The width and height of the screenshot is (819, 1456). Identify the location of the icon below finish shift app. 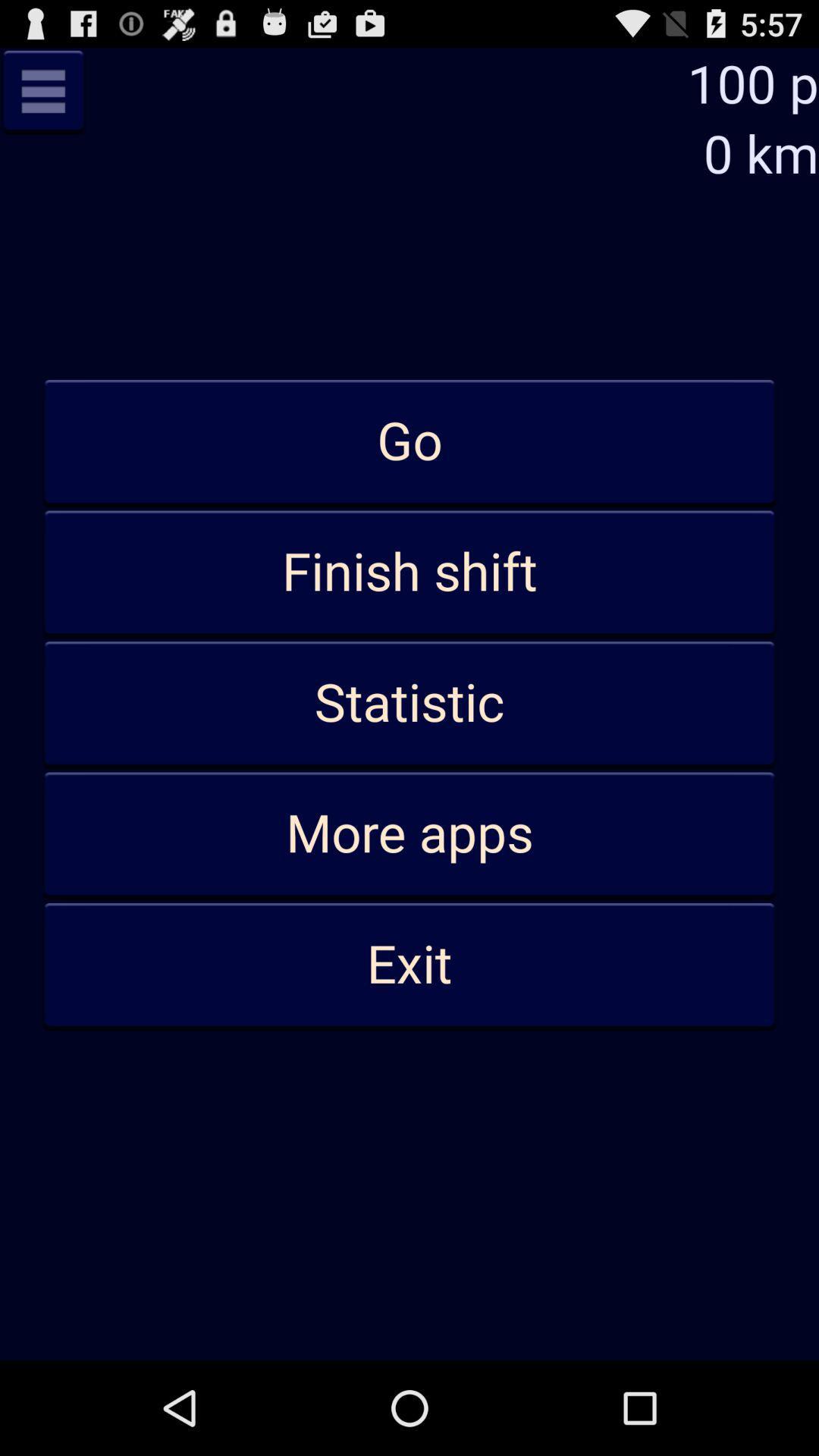
(409, 703).